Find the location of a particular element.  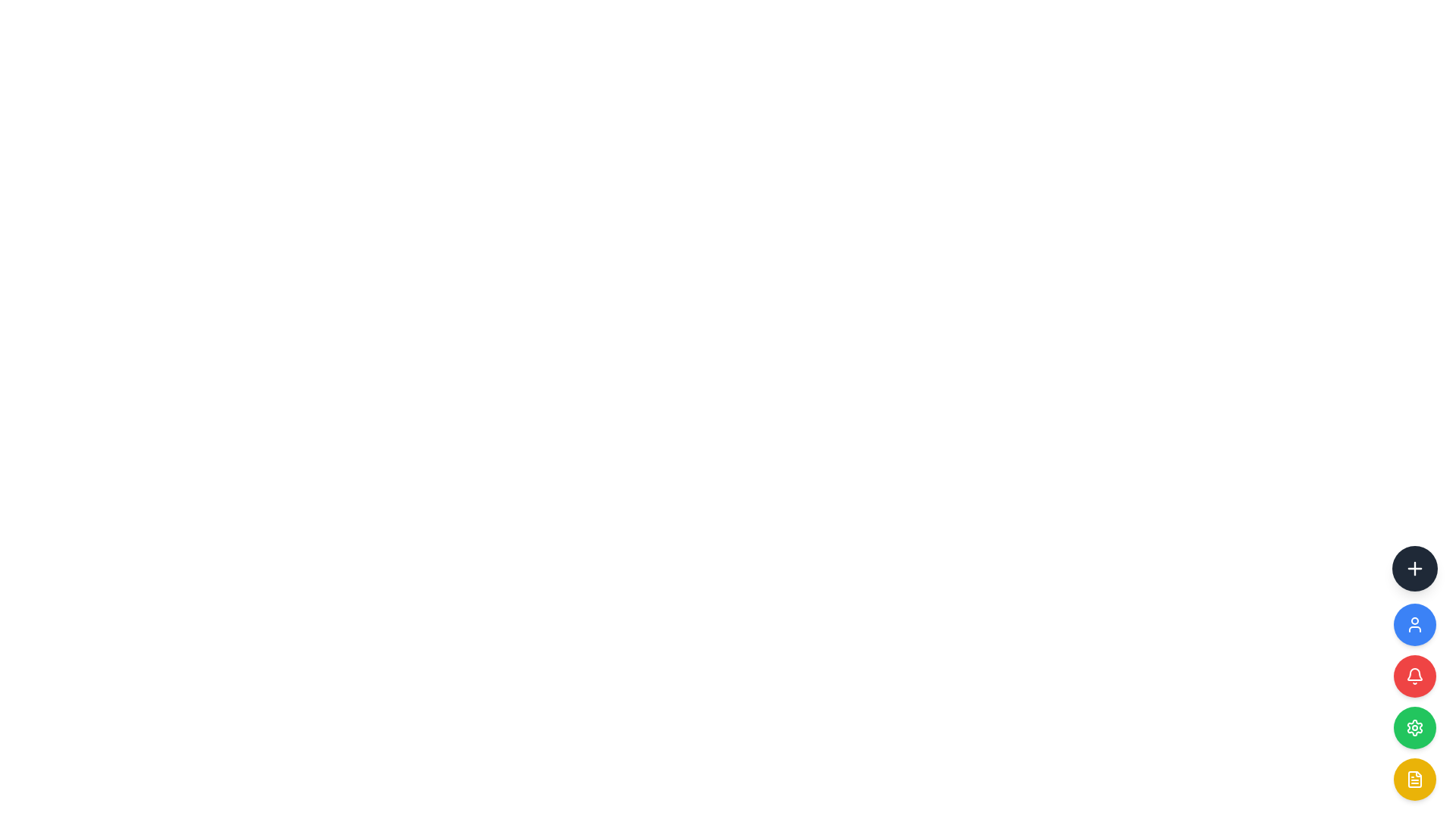

the circular red button with a white bell icon is located at coordinates (1414, 675).